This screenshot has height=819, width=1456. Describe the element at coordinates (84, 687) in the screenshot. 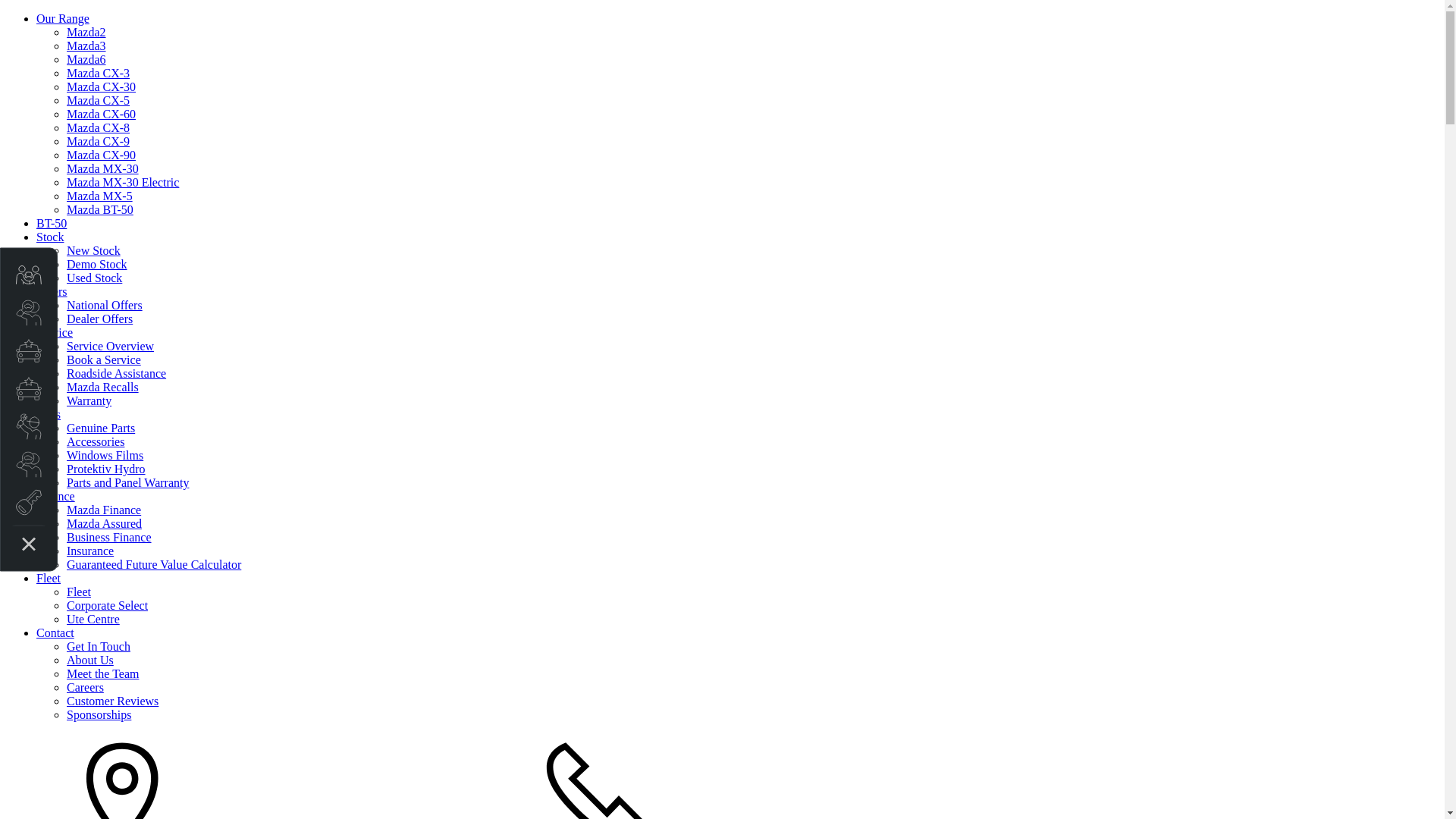

I see `'Careers'` at that location.